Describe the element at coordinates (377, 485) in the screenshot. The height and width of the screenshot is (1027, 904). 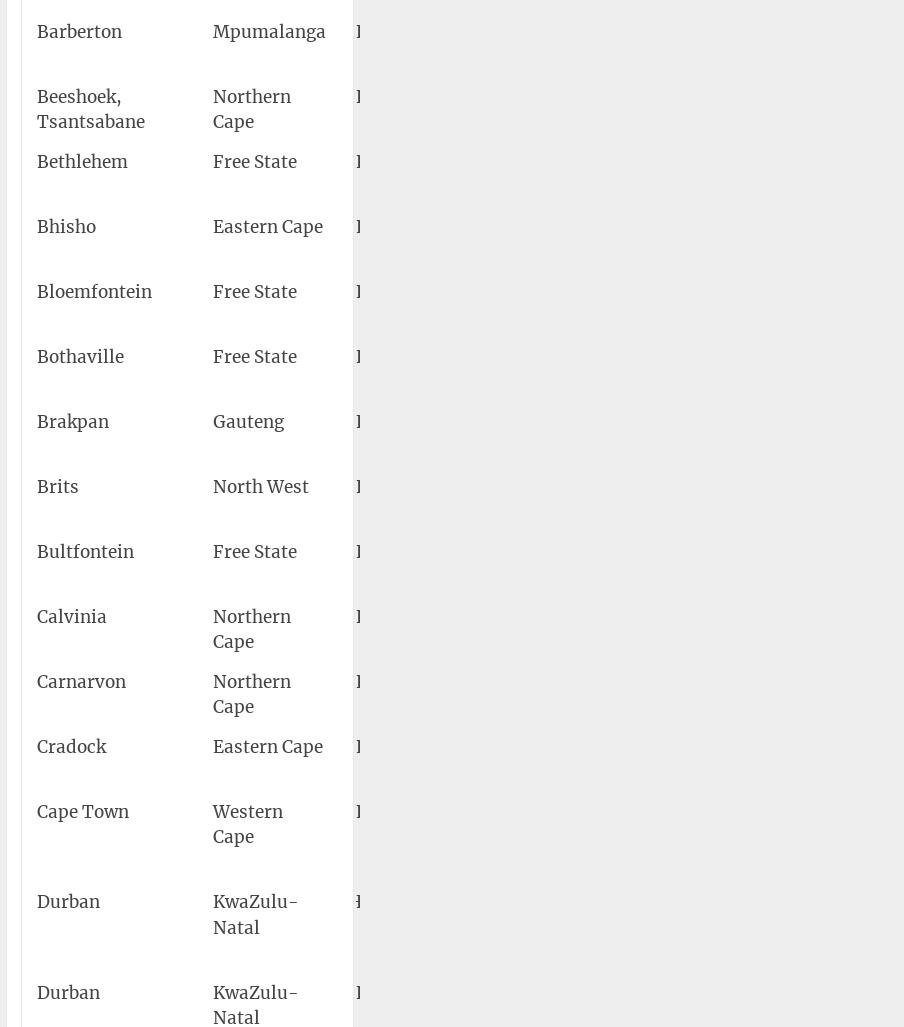
I see `'FABS'` at that location.